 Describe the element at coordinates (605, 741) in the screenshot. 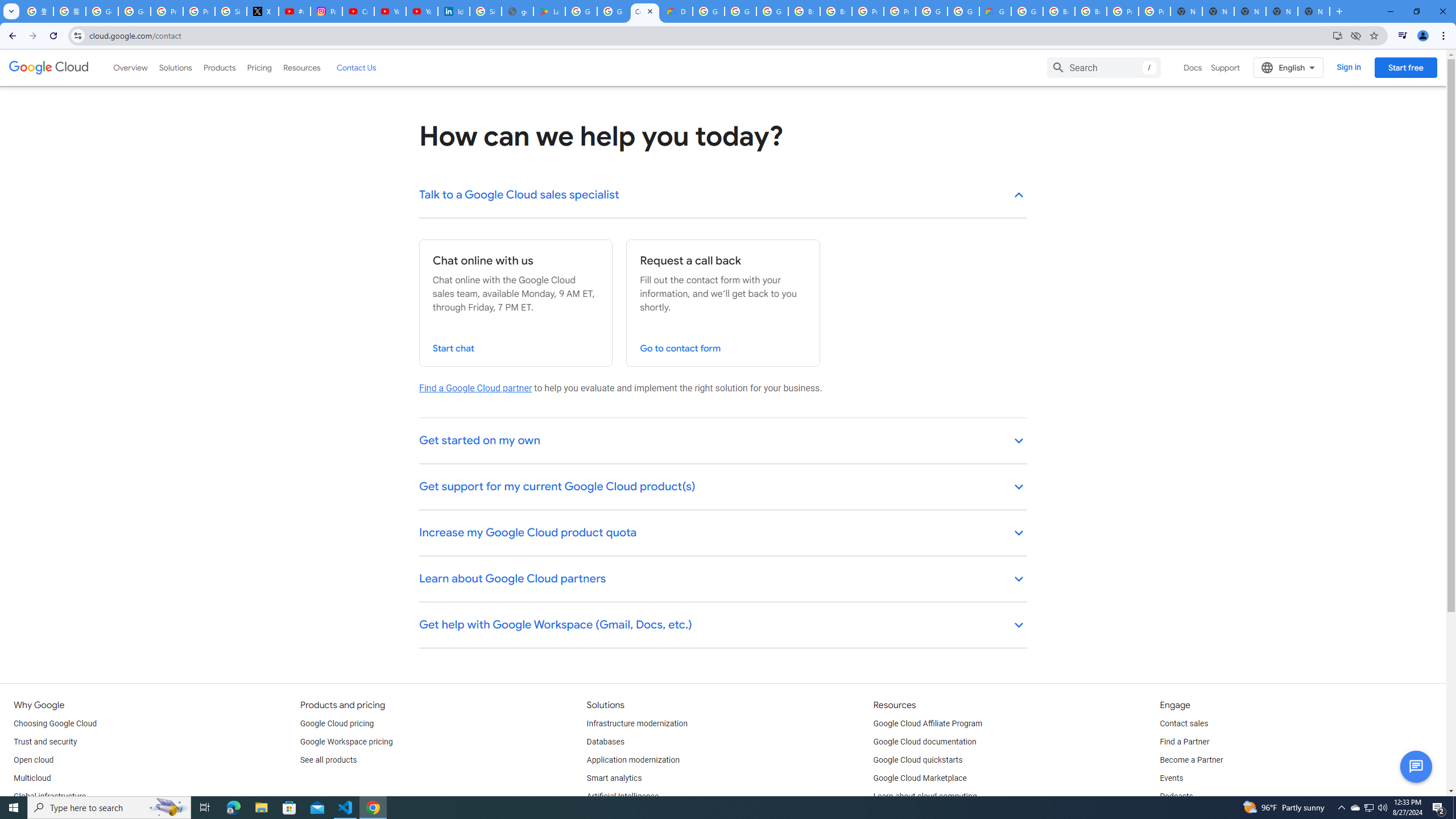

I see `'Databases'` at that location.